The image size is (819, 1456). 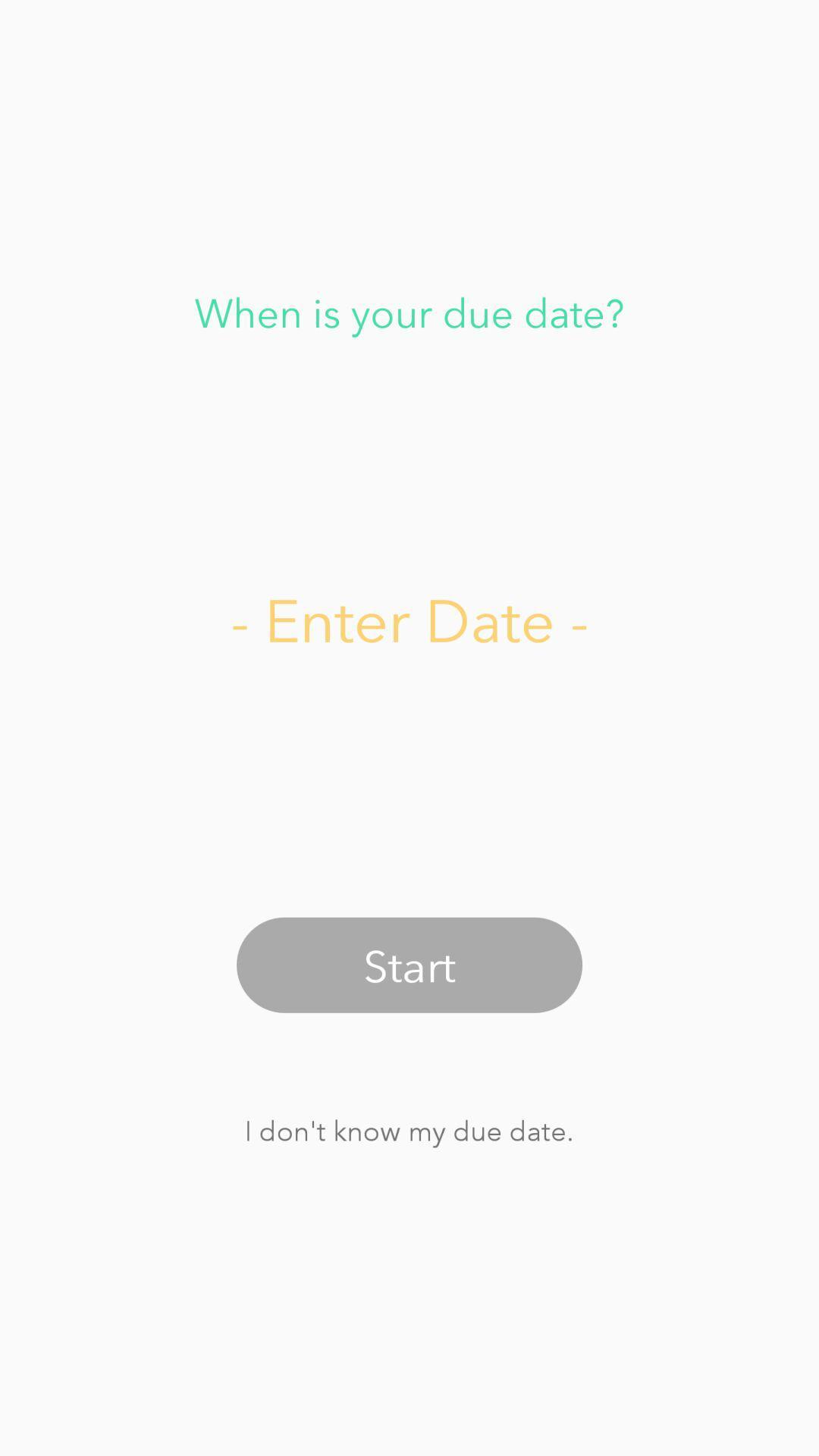 What do you see at coordinates (409, 964) in the screenshot?
I see `the icon above the i don t` at bounding box center [409, 964].